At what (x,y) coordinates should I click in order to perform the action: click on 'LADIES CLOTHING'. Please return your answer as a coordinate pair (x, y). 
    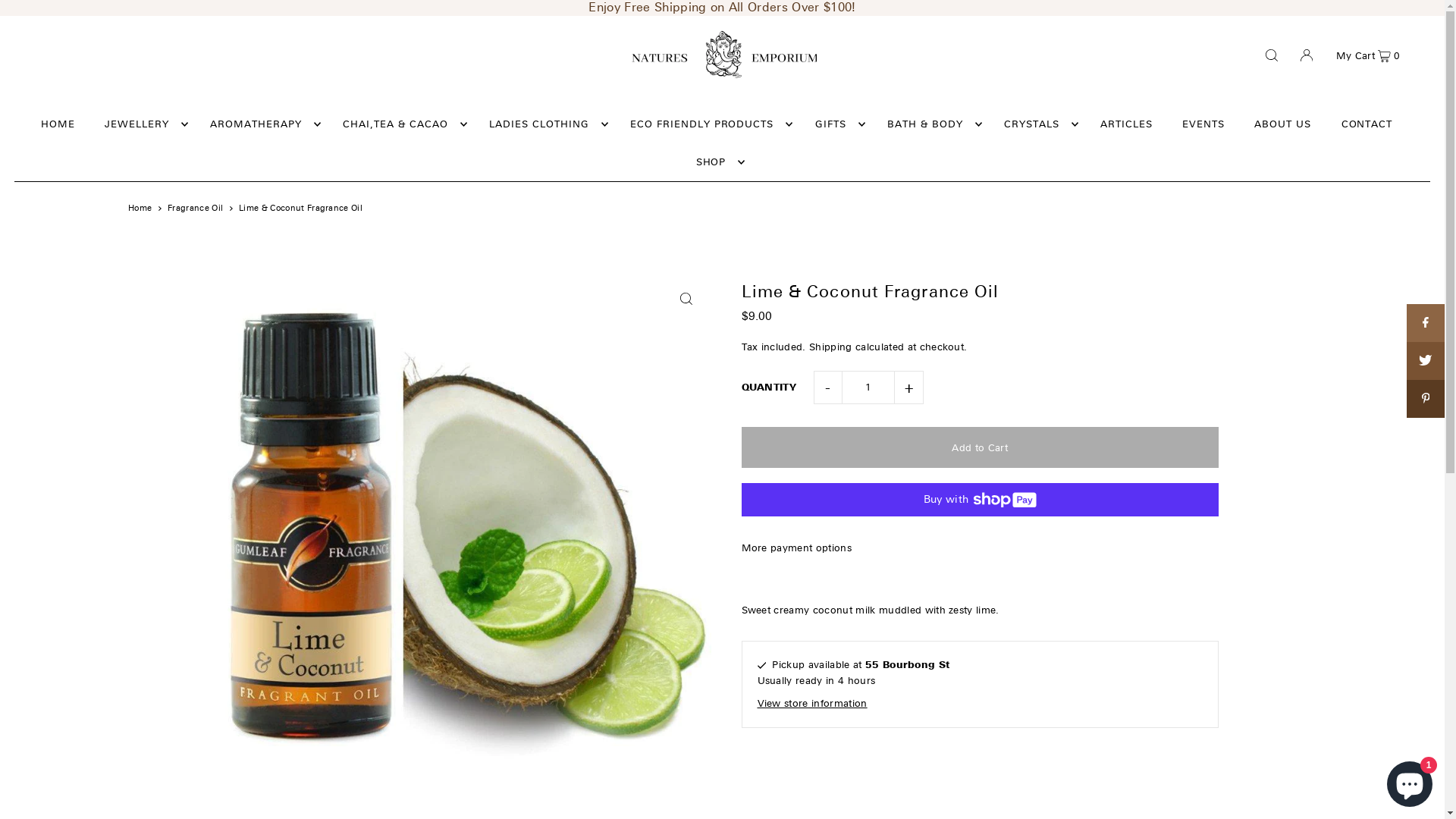
    Looking at the image, I should click on (544, 124).